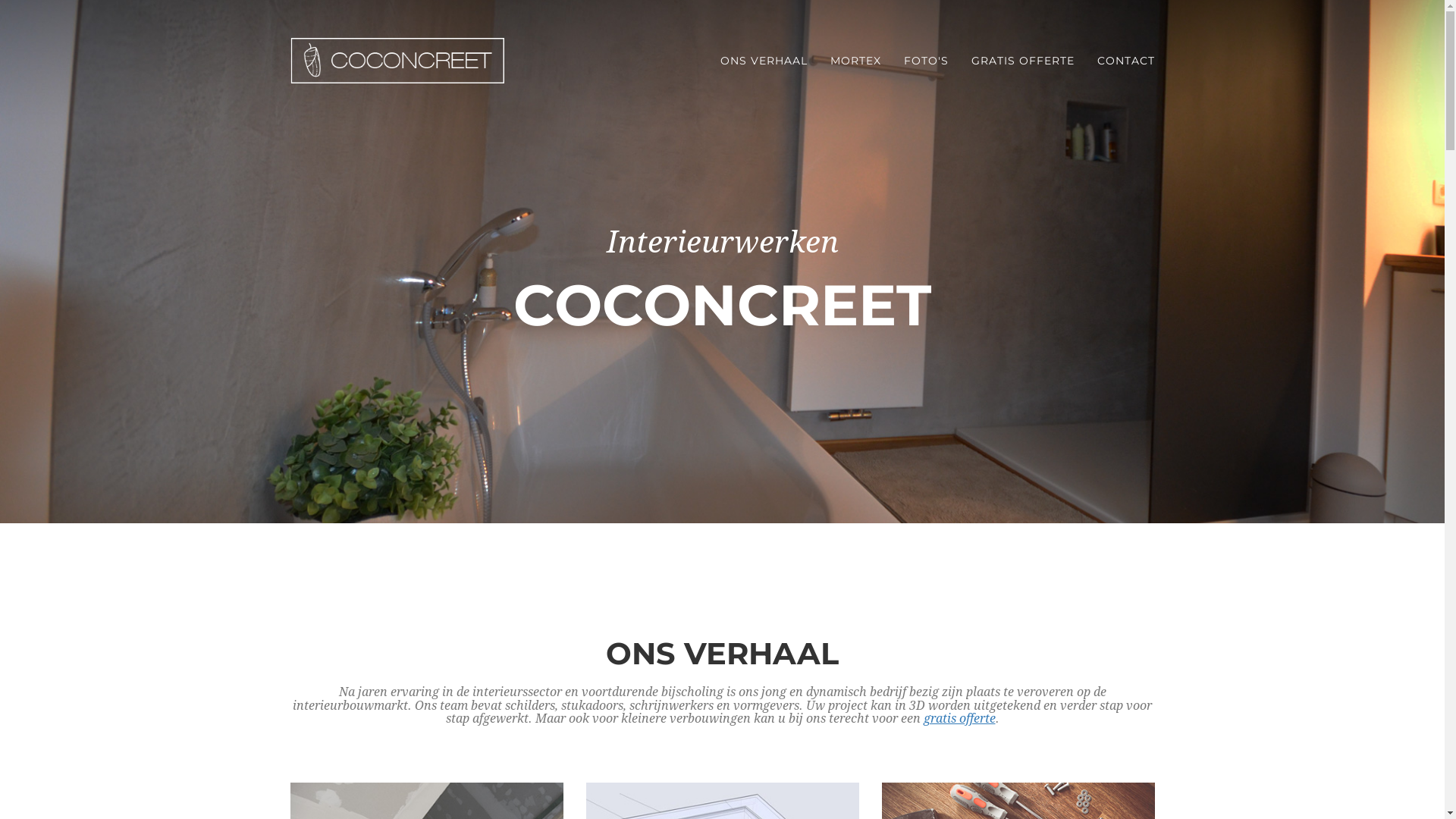 The height and width of the screenshot is (819, 1456). I want to click on 'gratis offerte', so click(959, 717).